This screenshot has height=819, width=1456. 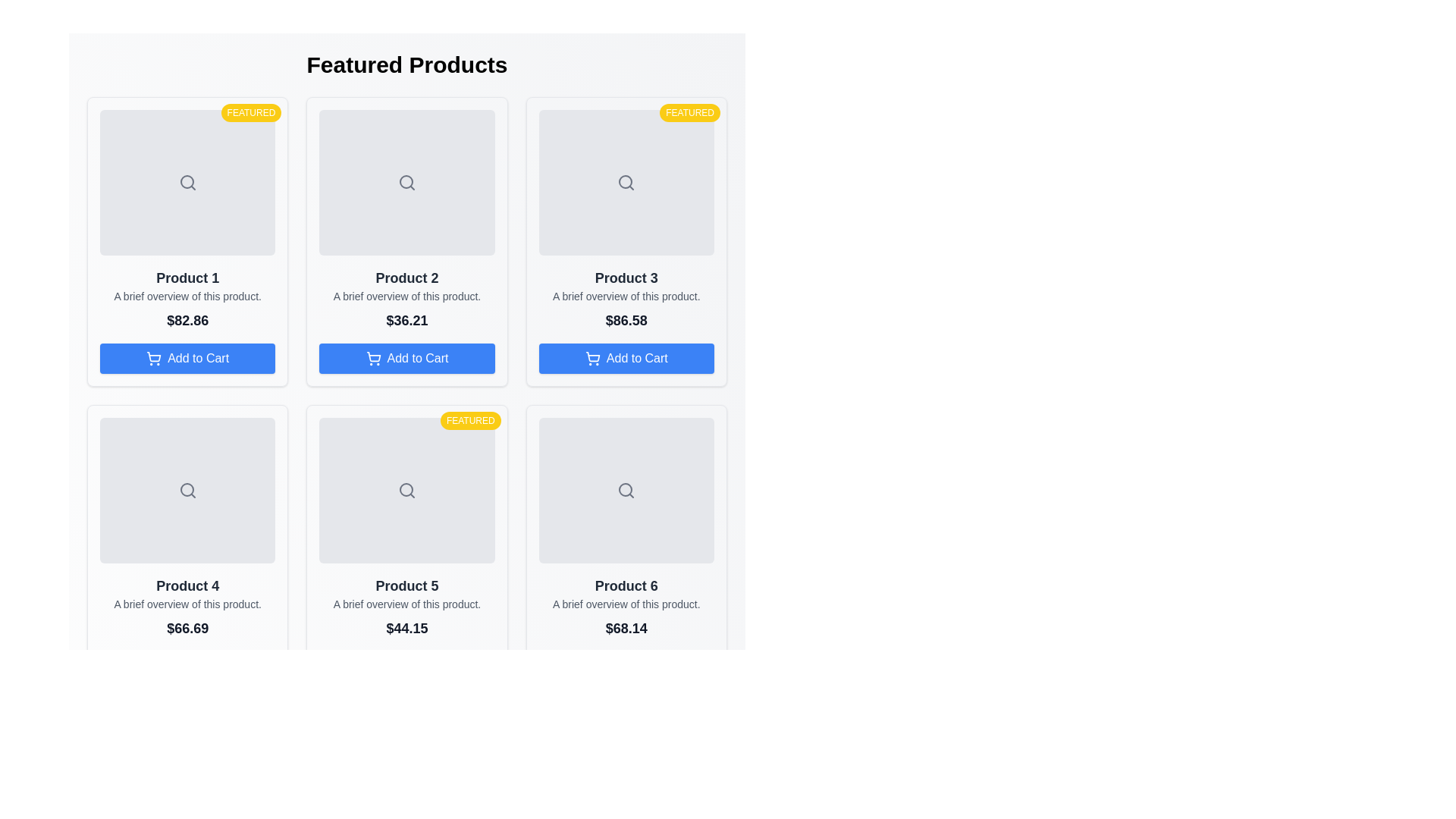 What do you see at coordinates (186, 180) in the screenshot?
I see `the central part of the search icon for 'Product 1' to initiate the product detail view` at bounding box center [186, 180].